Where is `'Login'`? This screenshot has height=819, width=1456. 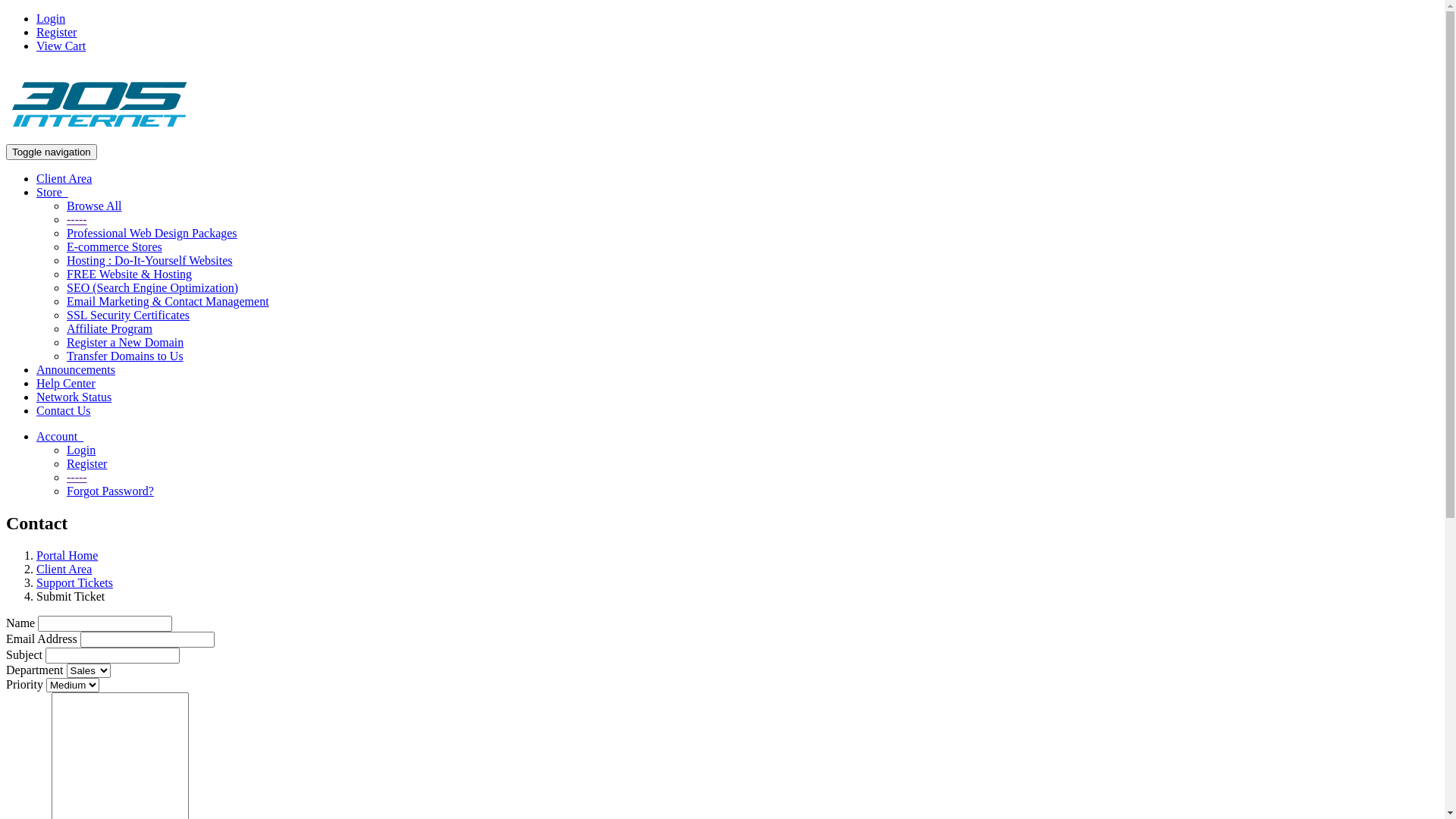 'Login' is located at coordinates (80, 449).